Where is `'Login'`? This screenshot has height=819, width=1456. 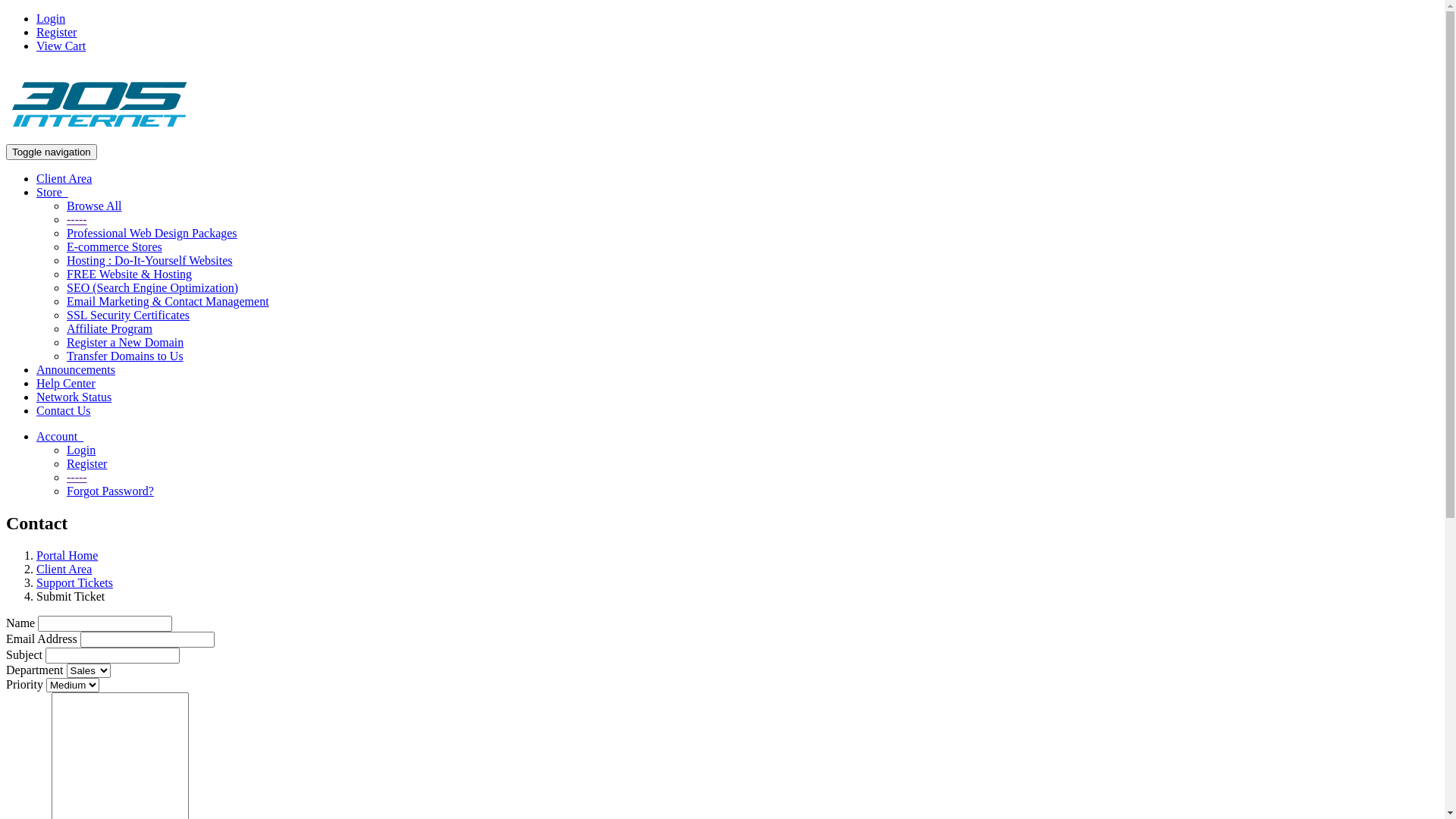 'Login' is located at coordinates (80, 449).